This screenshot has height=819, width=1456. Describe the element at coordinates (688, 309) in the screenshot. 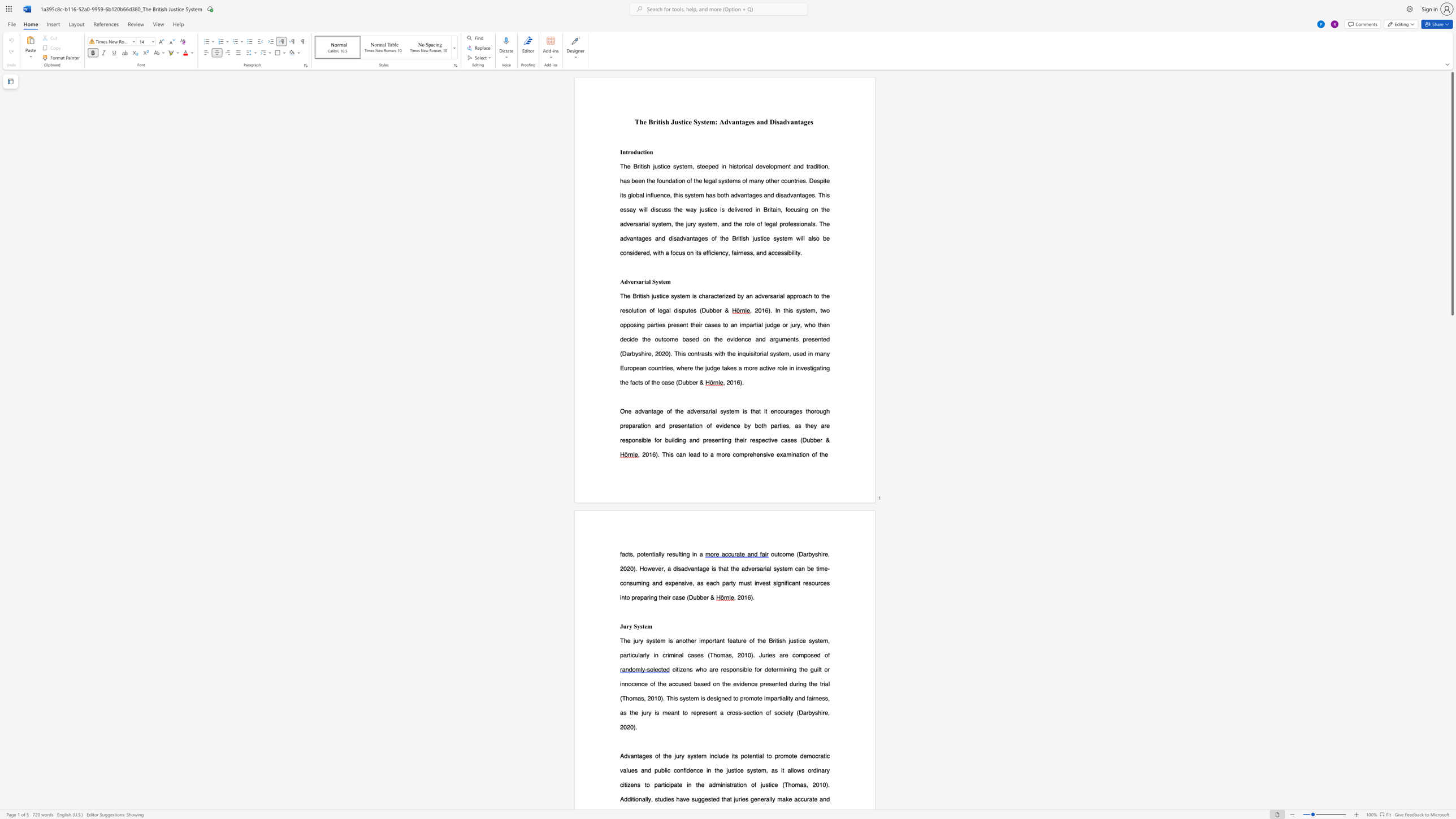

I see `the subset text "te" within the text "The British justice system is characterized by an adversarial approach to the resolution of legal disputes"` at that location.